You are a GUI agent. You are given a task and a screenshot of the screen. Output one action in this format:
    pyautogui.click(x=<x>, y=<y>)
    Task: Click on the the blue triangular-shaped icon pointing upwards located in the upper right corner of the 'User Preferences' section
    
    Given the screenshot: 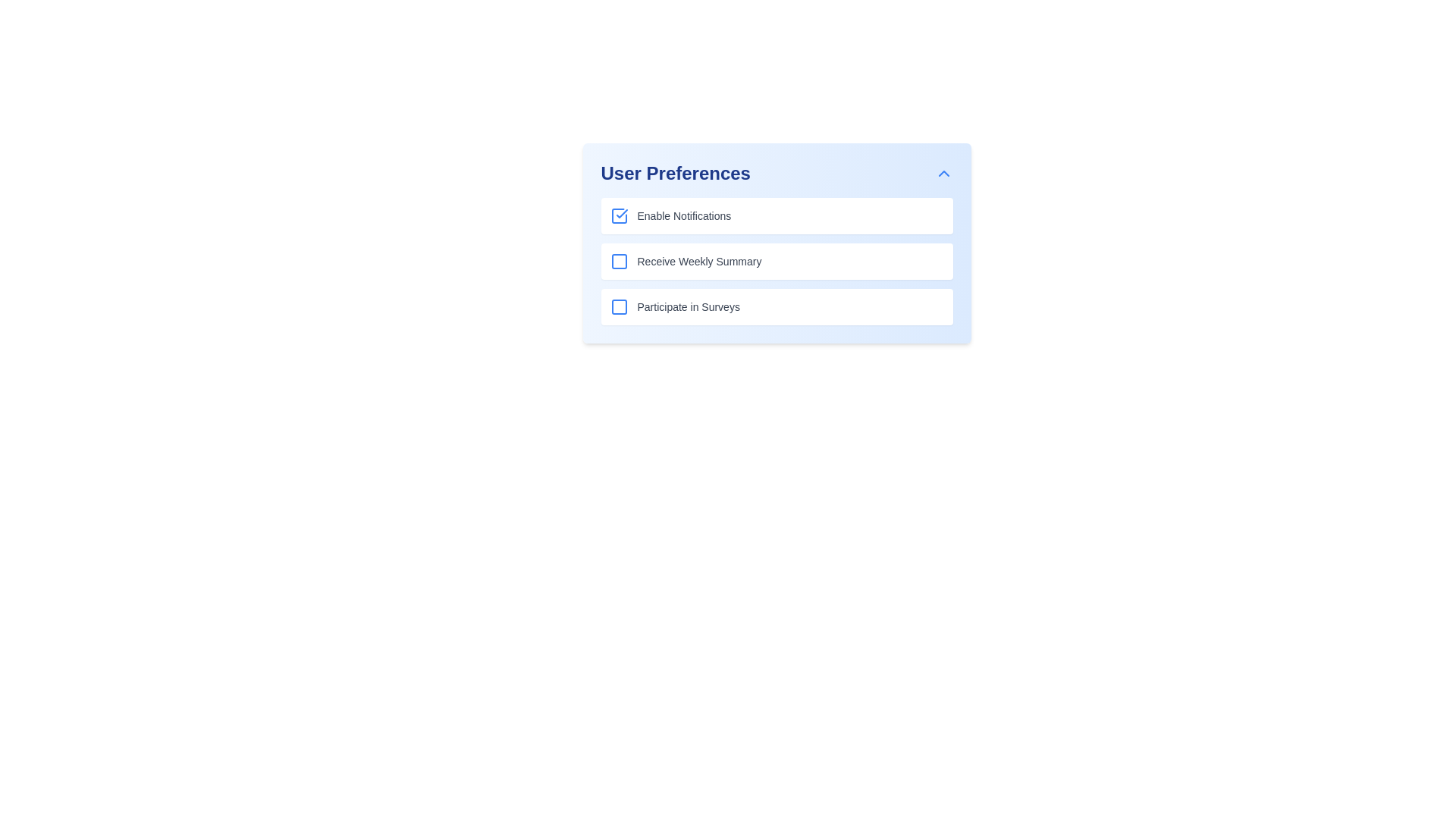 What is the action you would take?
    pyautogui.click(x=943, y=172)
    